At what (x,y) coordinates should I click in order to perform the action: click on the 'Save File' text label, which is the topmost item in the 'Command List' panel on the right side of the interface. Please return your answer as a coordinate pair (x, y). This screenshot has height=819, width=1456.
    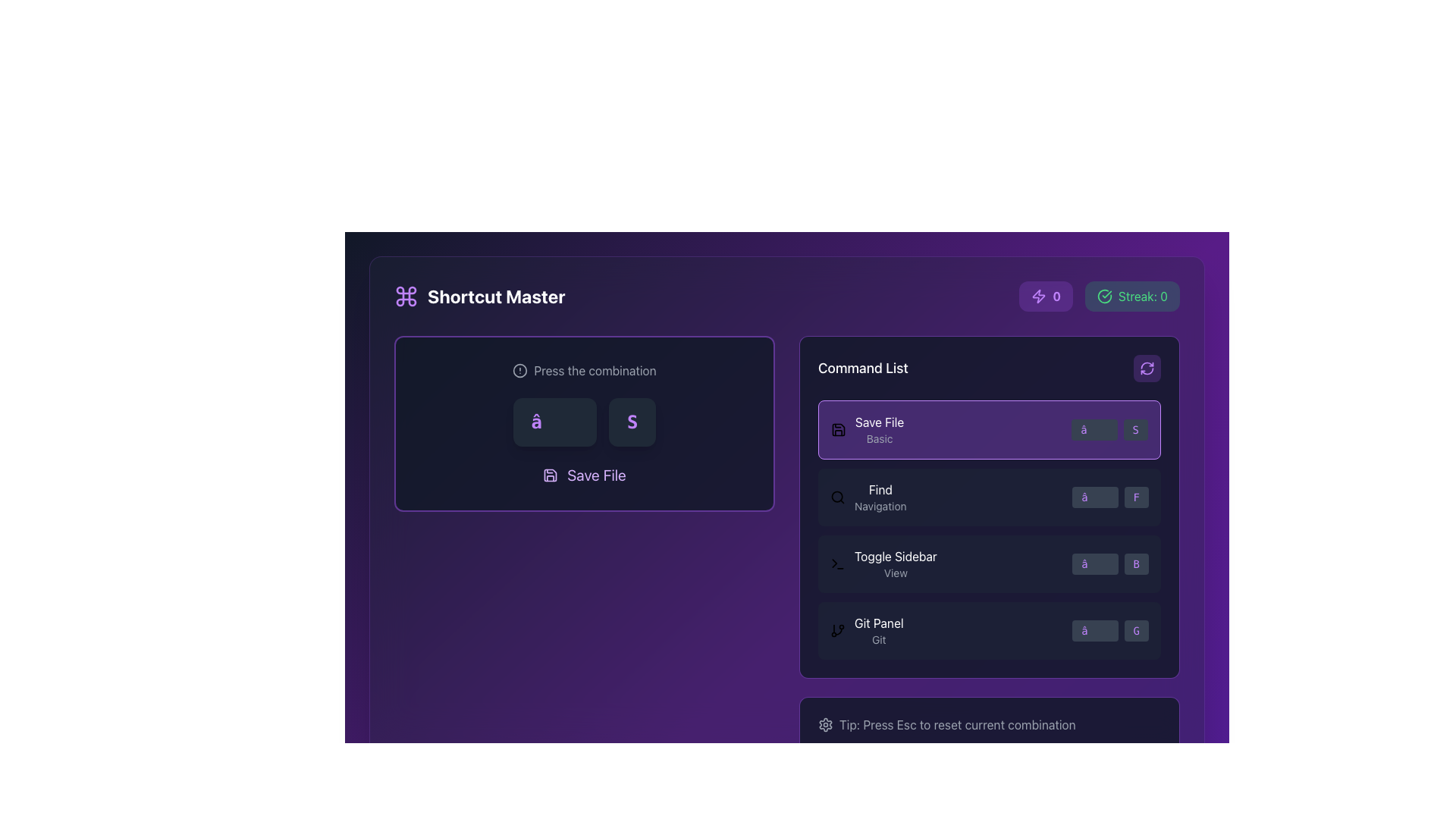
    Looking at the image, I should click on (880, 430).